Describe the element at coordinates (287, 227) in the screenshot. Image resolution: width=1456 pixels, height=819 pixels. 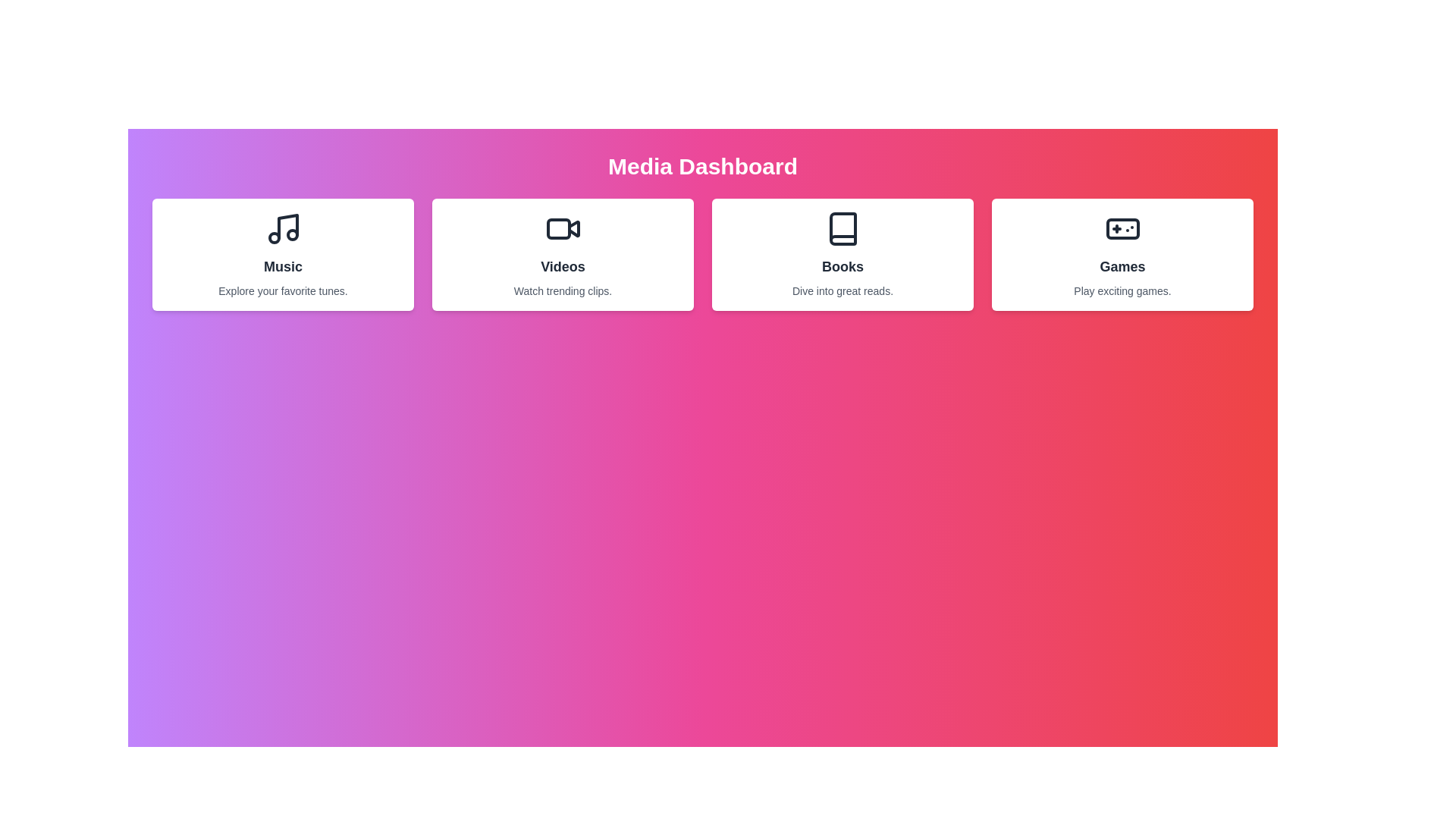
I see `the central vertical line segment of the music icon located in the upper-left 'Music' card` at that location.